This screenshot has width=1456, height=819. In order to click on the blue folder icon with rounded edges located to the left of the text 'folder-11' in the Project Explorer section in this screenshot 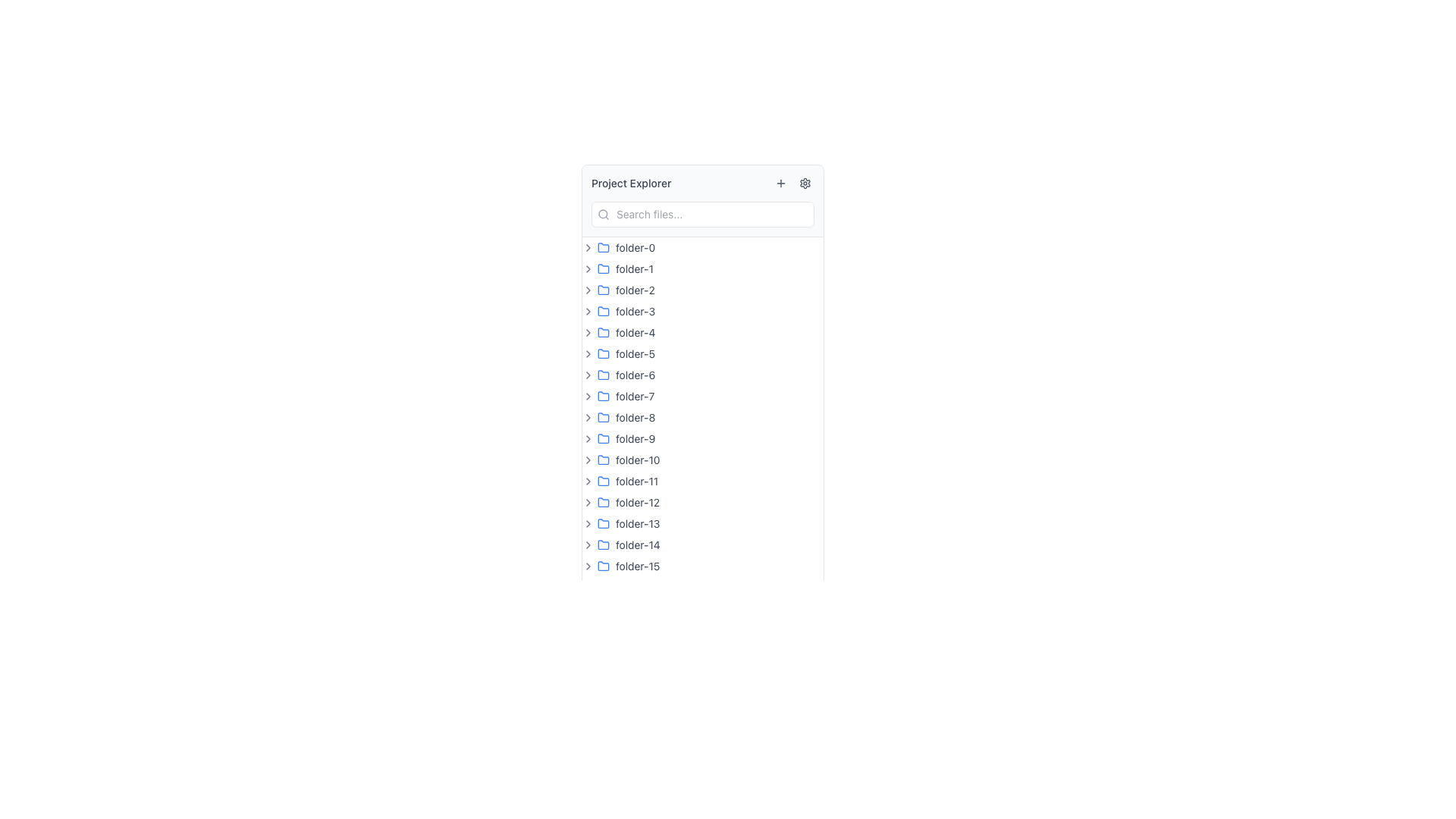, I will do `click(603, 482)`.